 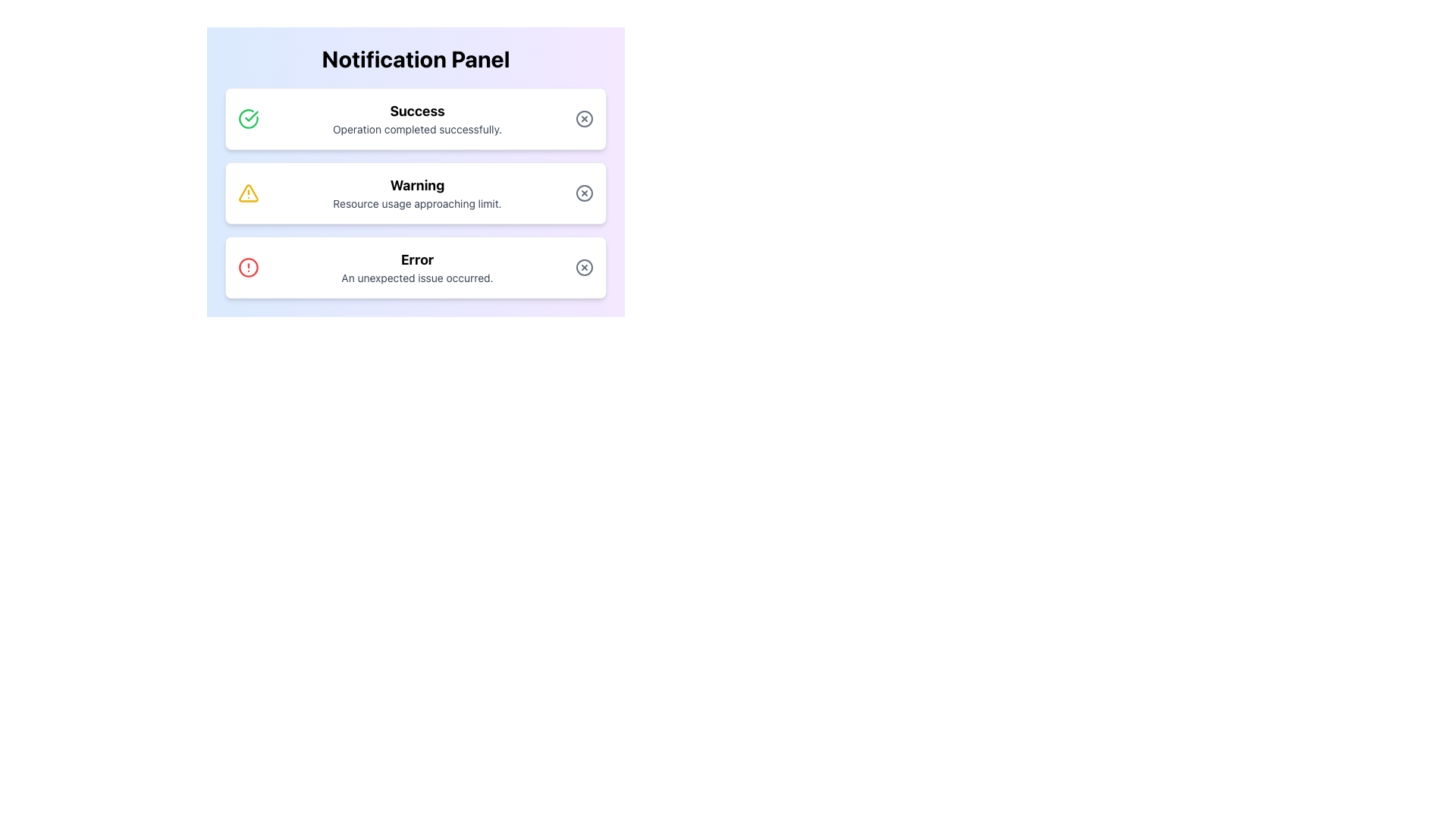 What do you see at coordinates (248, 192) in the screenshot?
I see `the visual appearance of the yellow triangle warning icon located in the second notification block labeled 'Warning' in the Notification Panel` at bounding box center [248, 192].